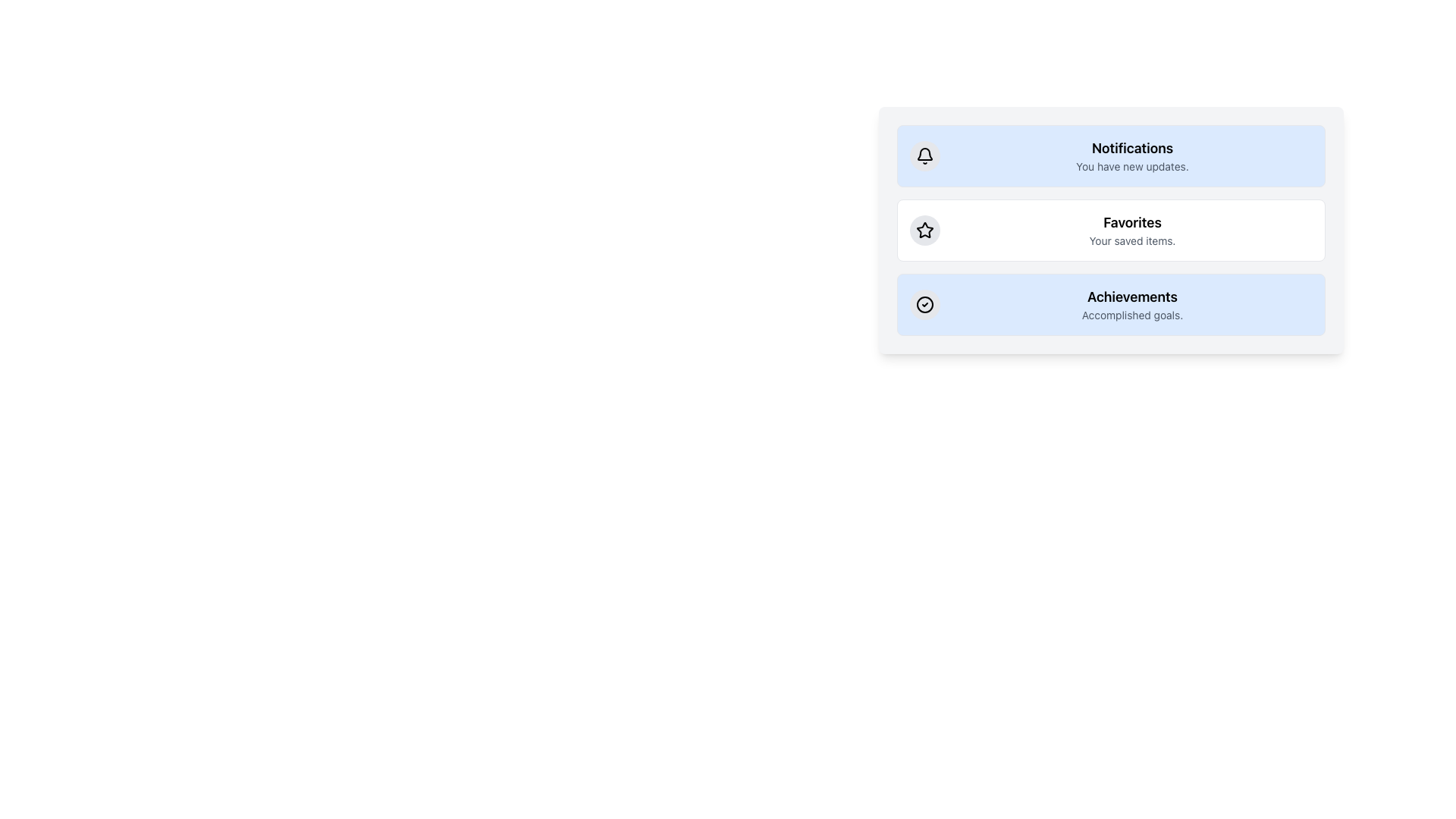  What do you see at coordinates (924, 230) in the screenshot?
I see `the 'Favorites' icon, which is positioned in the middle section of a vertically aligned list of options, indicating items saved for quick access` at bounding box center [924, 230].